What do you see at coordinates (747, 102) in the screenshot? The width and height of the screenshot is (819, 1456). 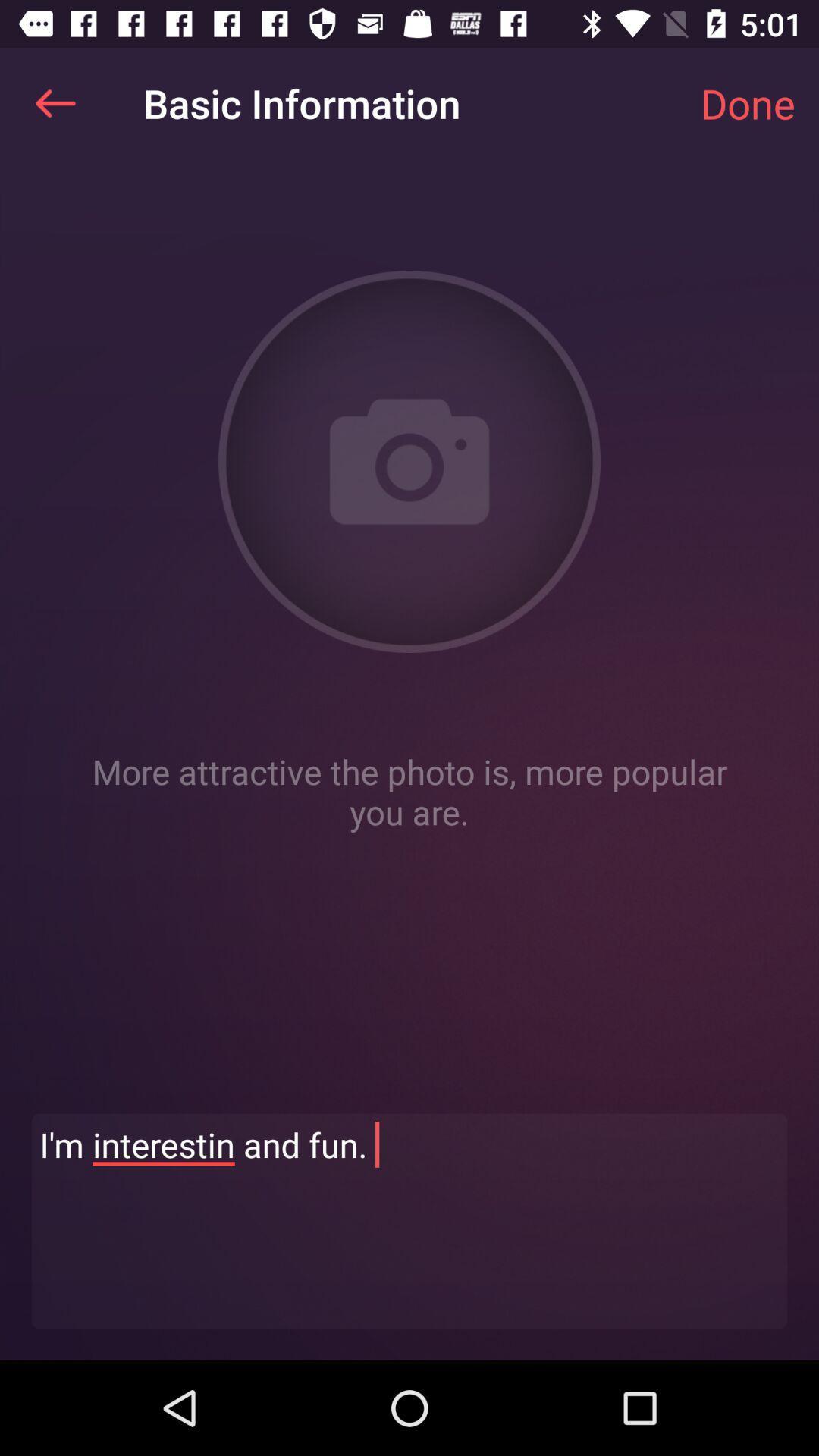 I see `item at the top right corner` at bounding box center [747, 102].